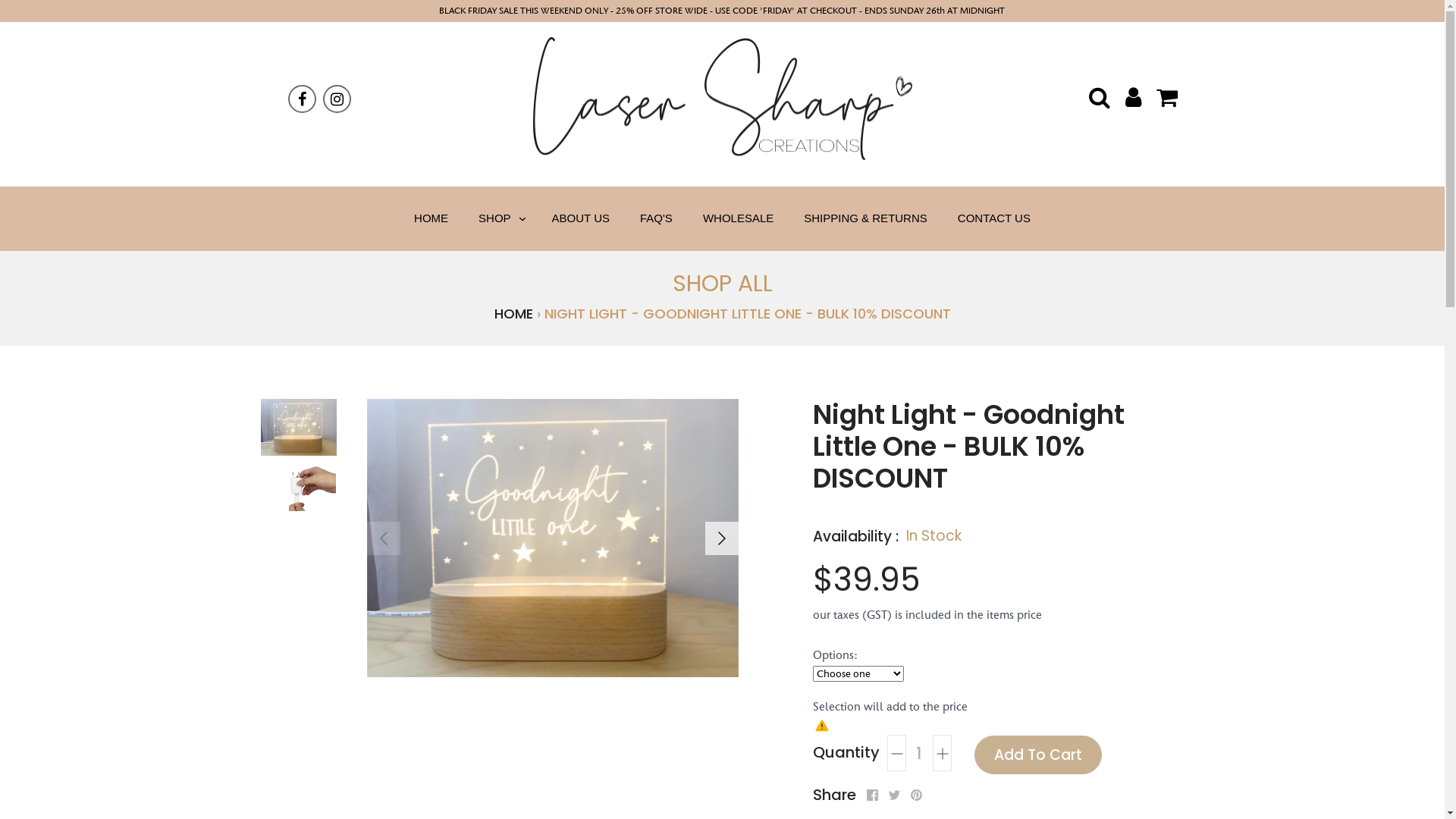 This screenshot has width=1456, height=819. I want to click on 'Add to Cart', so click(1037, 755).